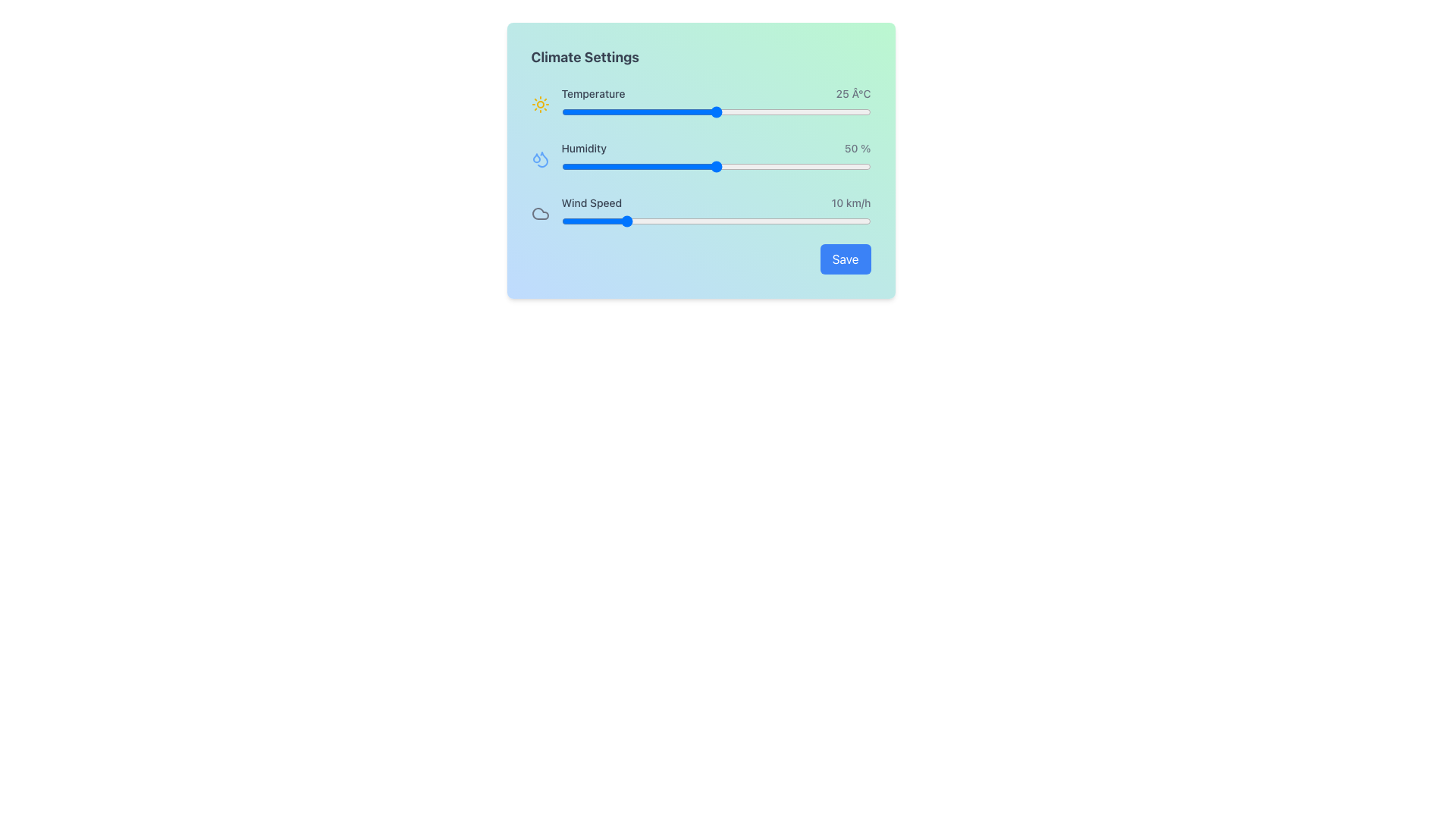 The image size is (1456, 819). I want to click on wind speed, so click(560, 221).